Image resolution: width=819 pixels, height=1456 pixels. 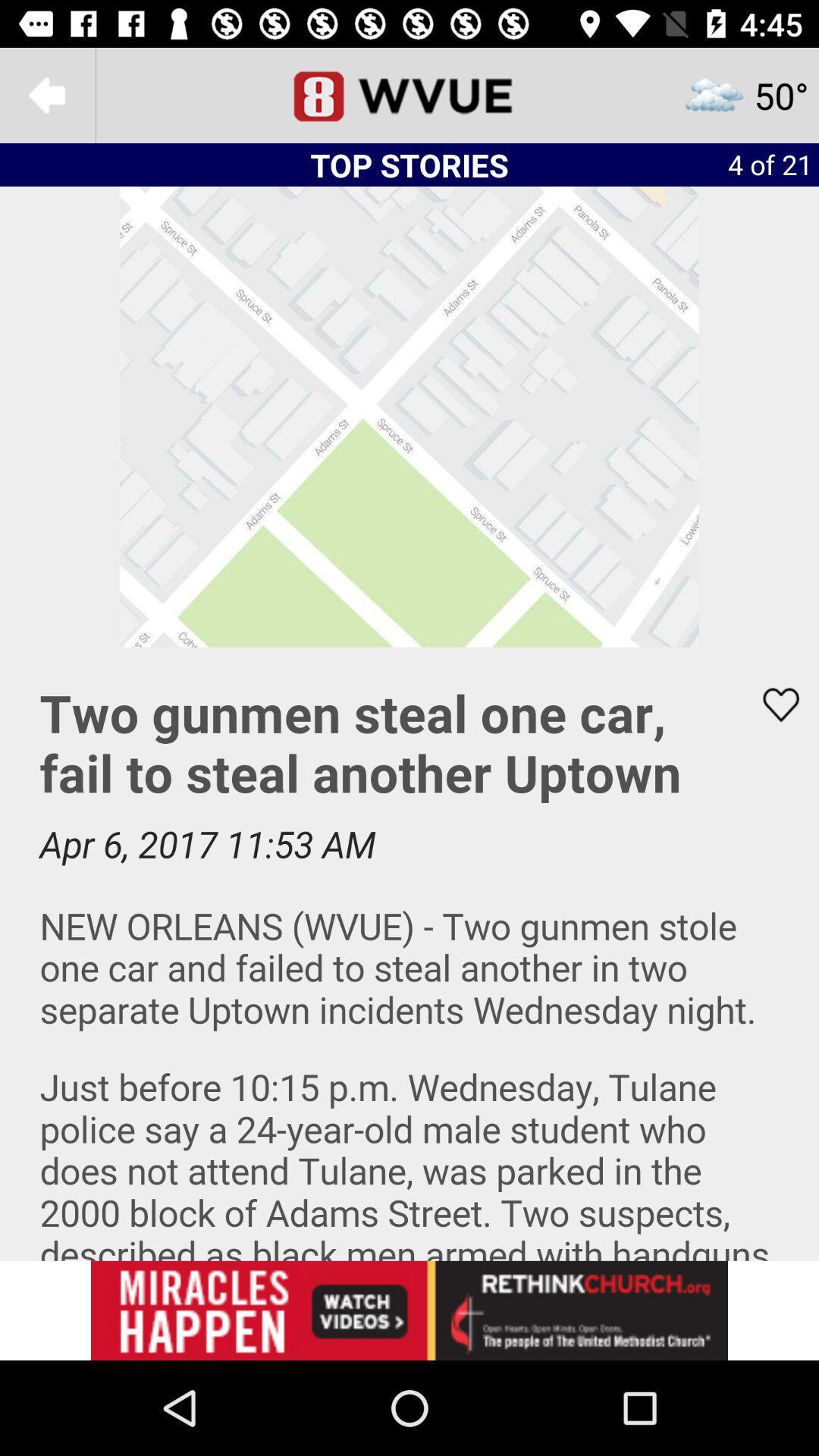 What do you see at coordinates (409, 1310) in the screenshot?
I see `open advertisement` at bounding box center [409, 1310].